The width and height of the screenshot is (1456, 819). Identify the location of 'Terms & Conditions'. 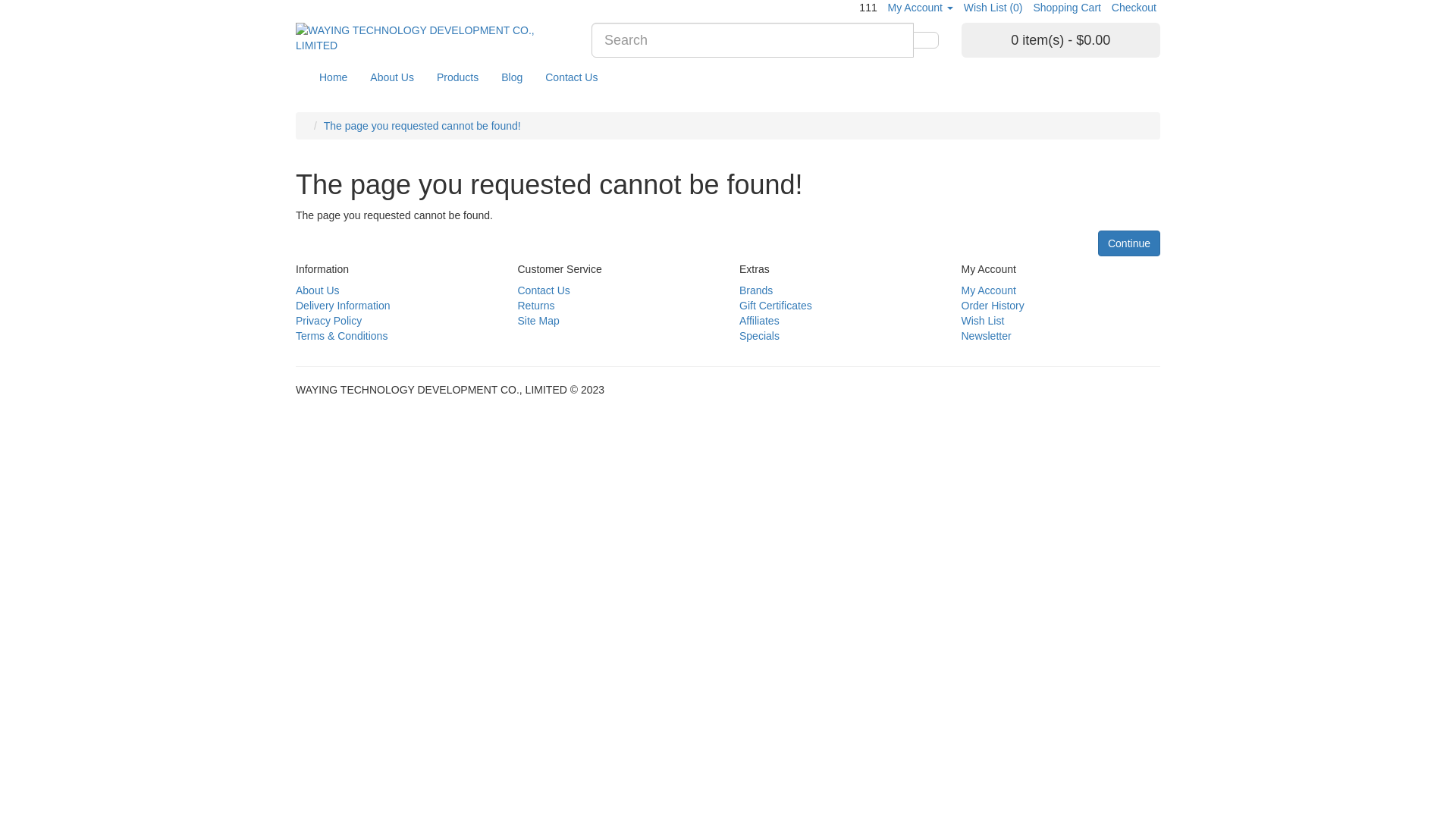
(340, 335).